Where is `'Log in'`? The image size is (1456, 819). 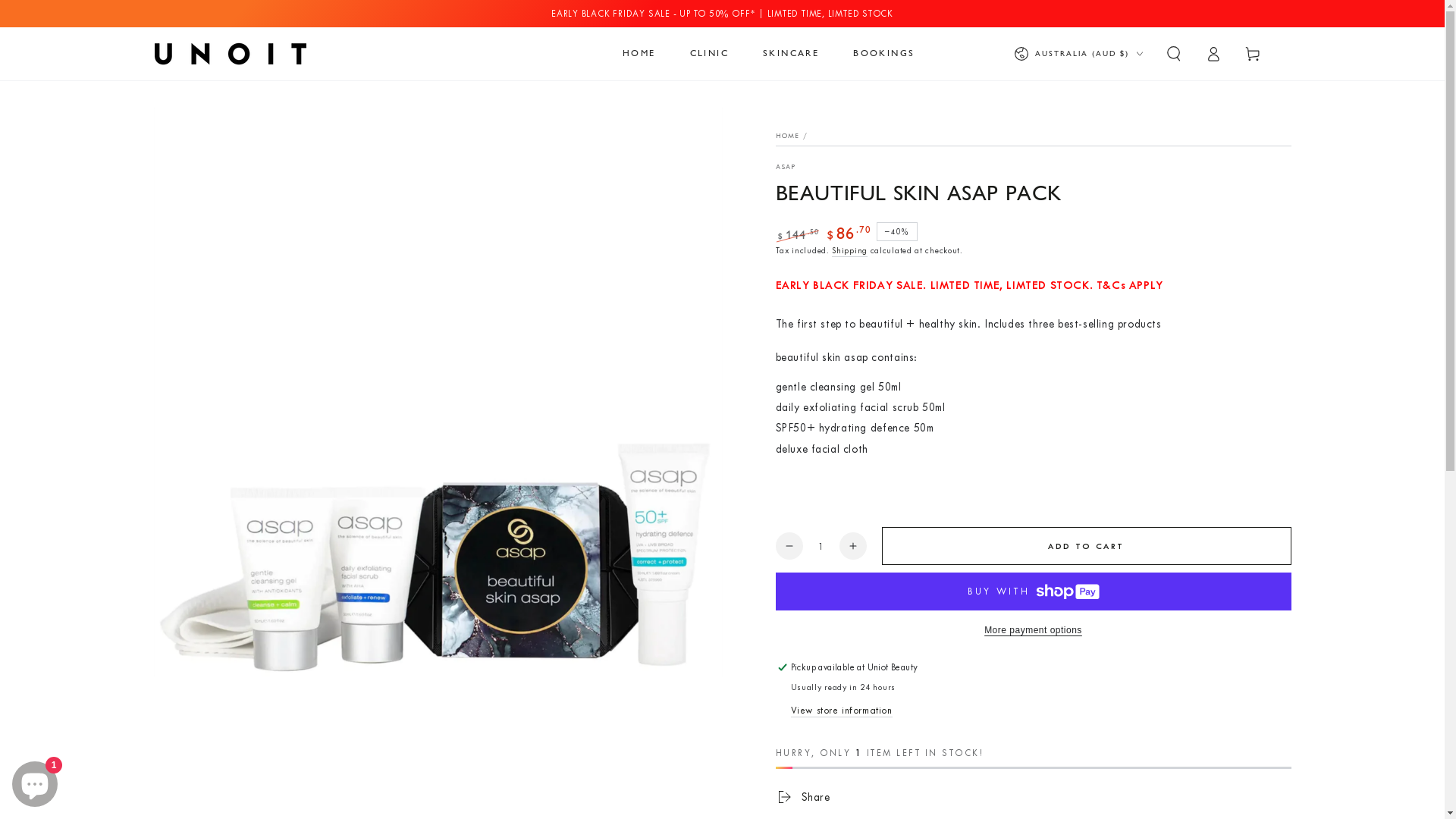 'Log in' is located at coordinates (1212, 52).